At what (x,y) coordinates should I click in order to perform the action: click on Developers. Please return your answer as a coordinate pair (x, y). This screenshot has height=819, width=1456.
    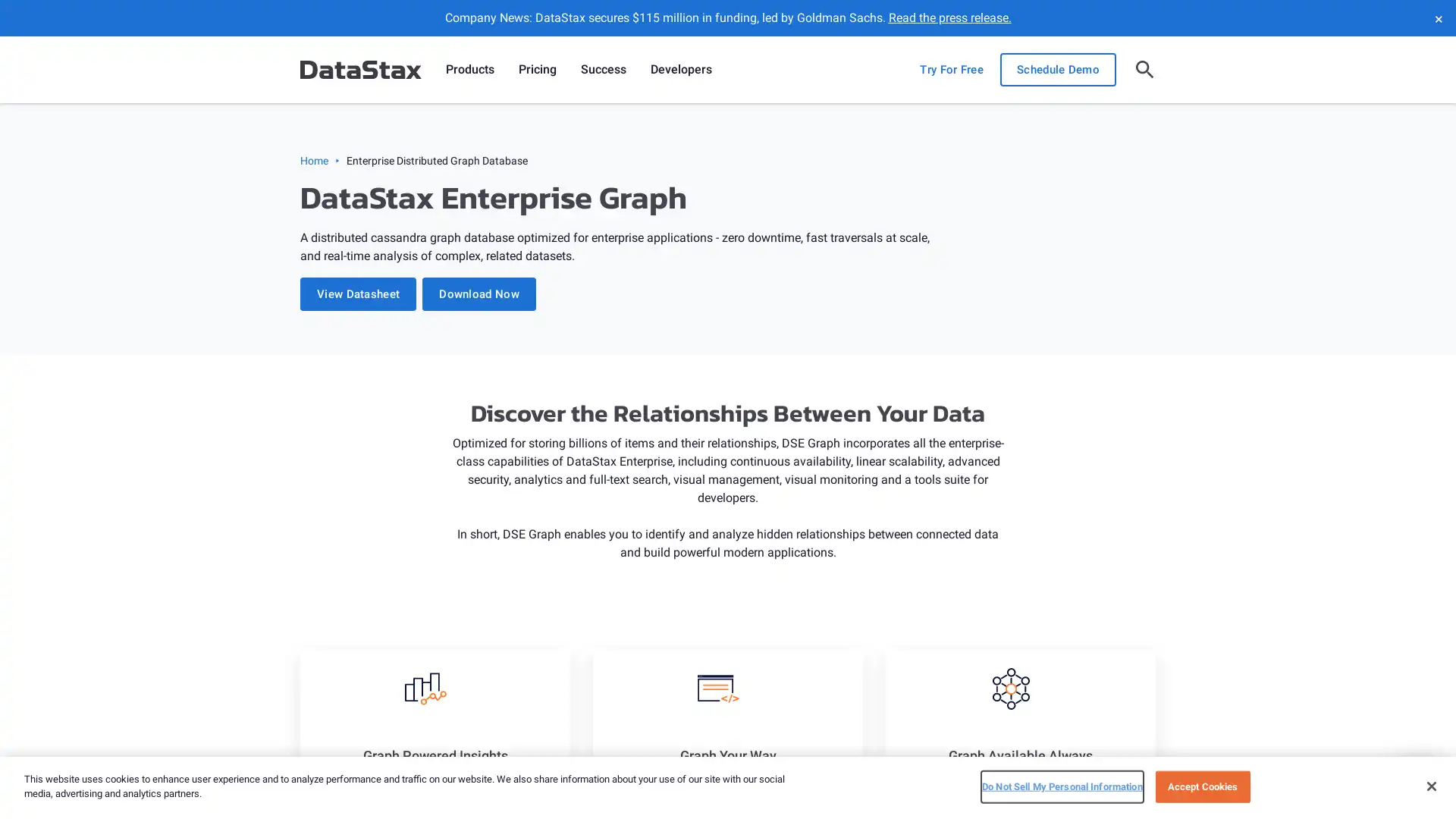
    Looking at the image, I should click on (680, 70).